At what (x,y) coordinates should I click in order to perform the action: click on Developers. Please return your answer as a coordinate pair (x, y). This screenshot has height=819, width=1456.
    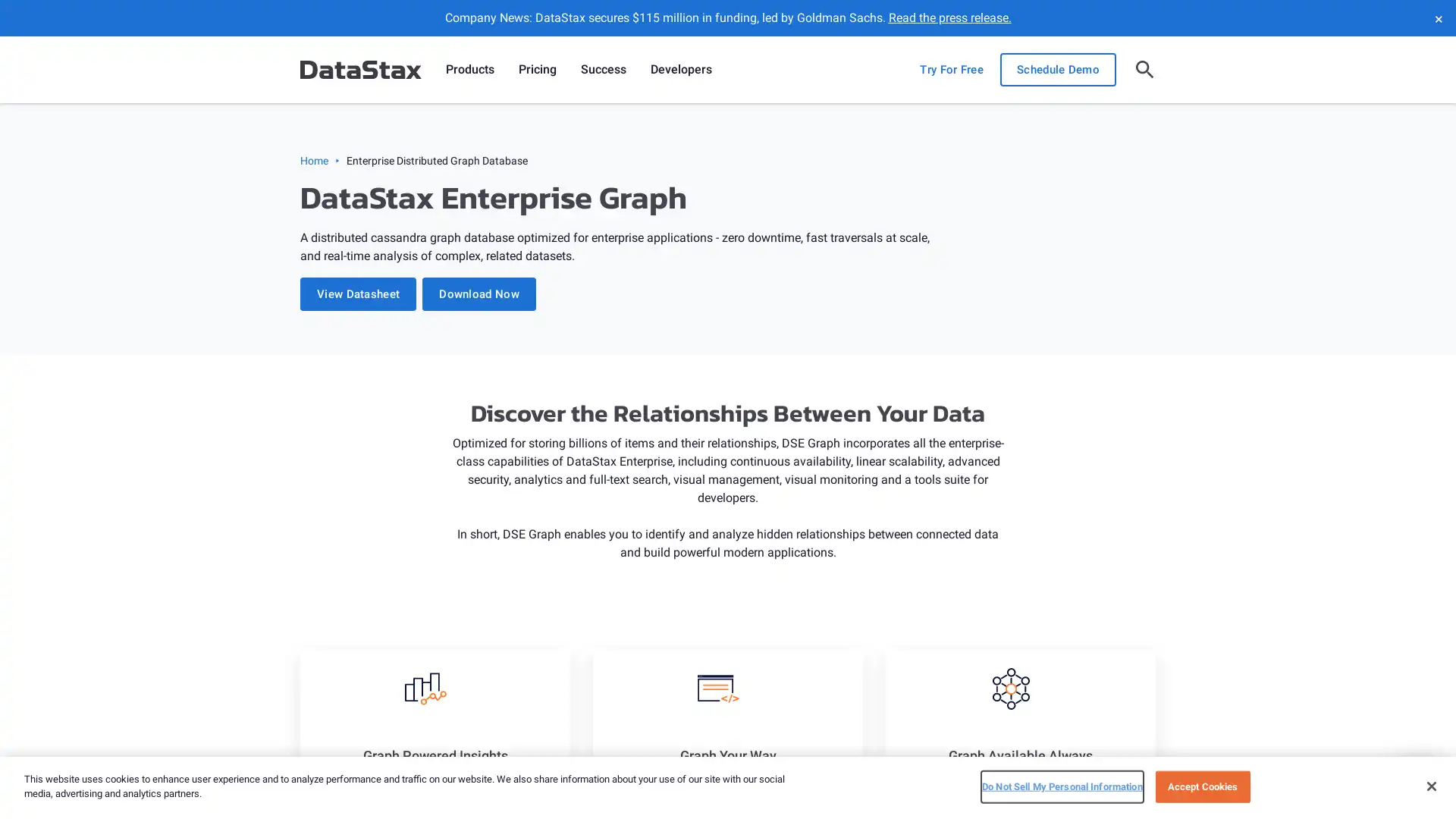
    Looking at the image, I should click on (680, 70).